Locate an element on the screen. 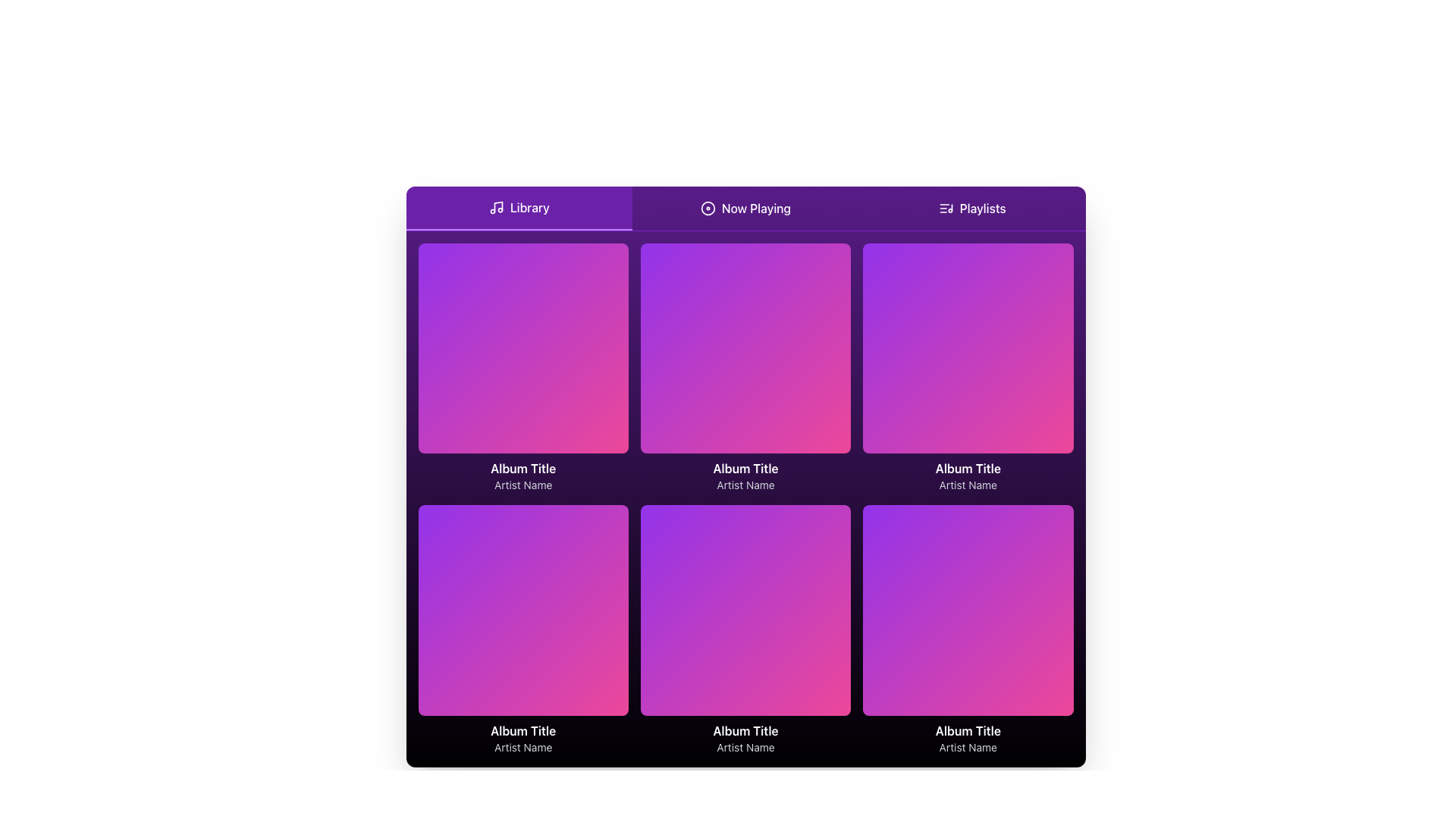 This screenshot has height=819, width=1456. the Static Text displaying 'Album Title', which is located in the bottom right cell of a 3x2 grid layout and is the first line of a two-line structure is located at coordinates (967, 730).